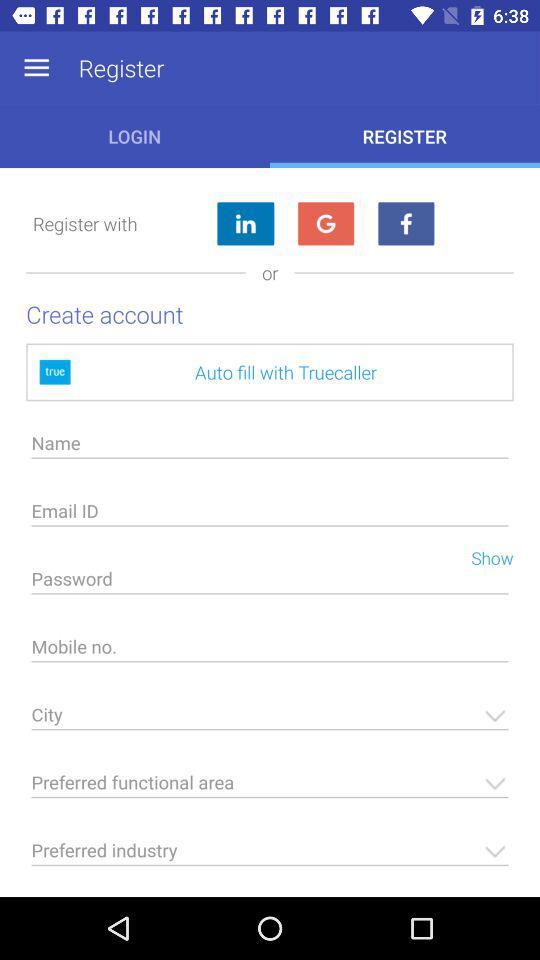 This screenshot has height=960, width=540. I want to click on show item, so click(483, 556).